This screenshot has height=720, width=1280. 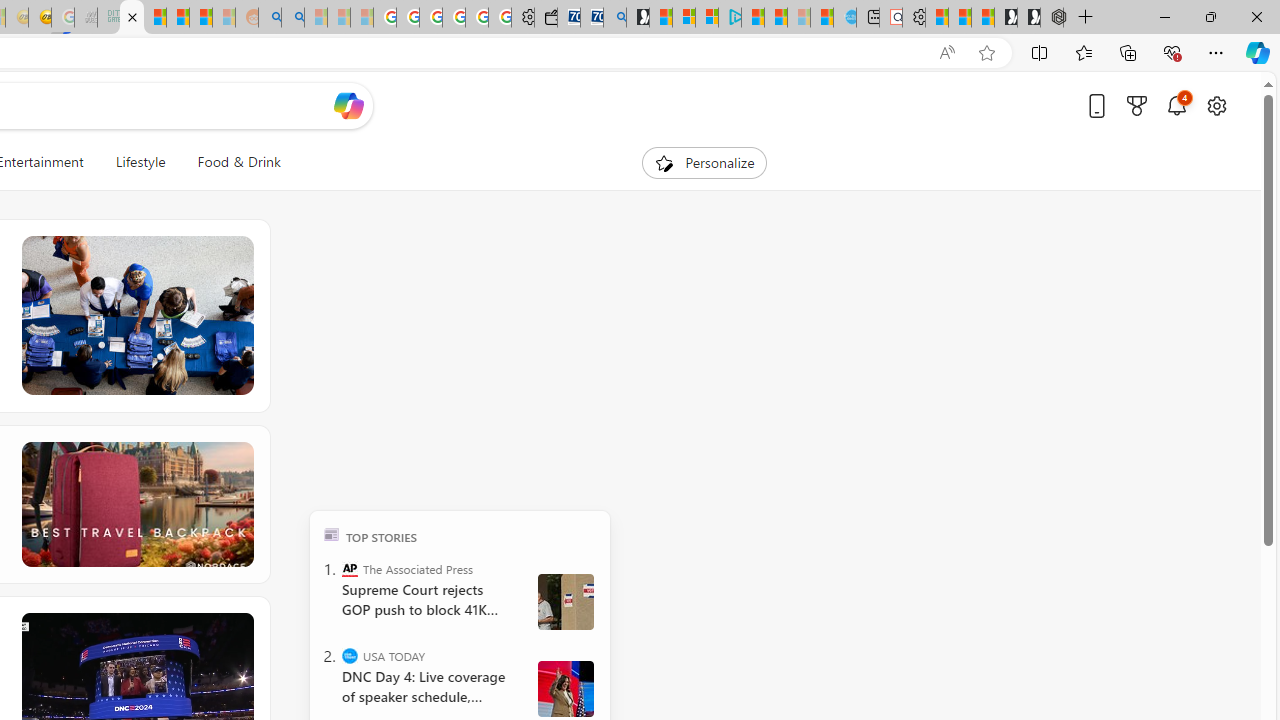 What do you see at coordinates (332, 533) in the screenshot?
I see `'TOP'` at bounding box center [332, 533].